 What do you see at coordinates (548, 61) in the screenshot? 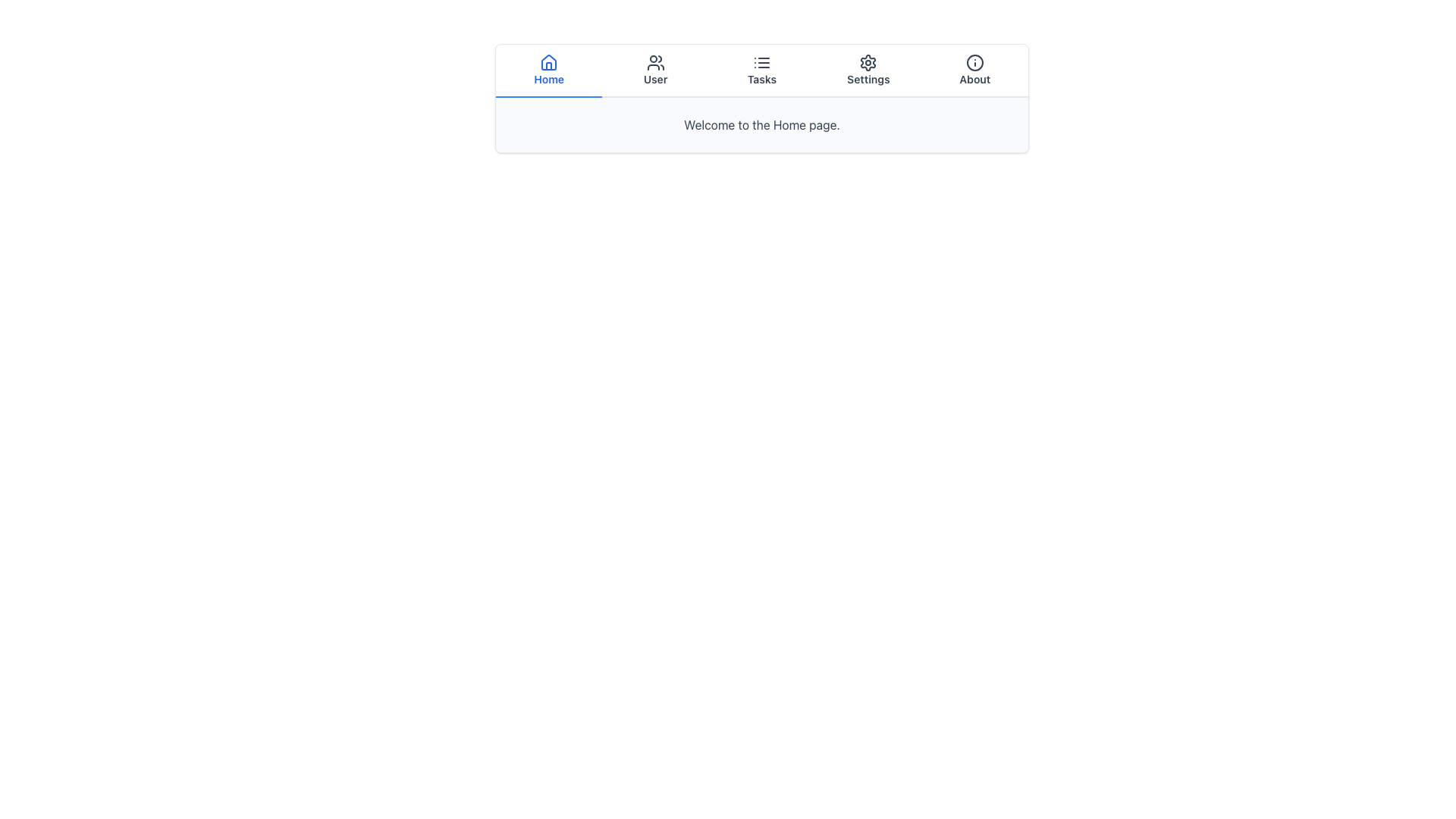
I see `the 'Home' navigation icon located at the leftmost position in the navigation bar` at bounding box center [548, 61].